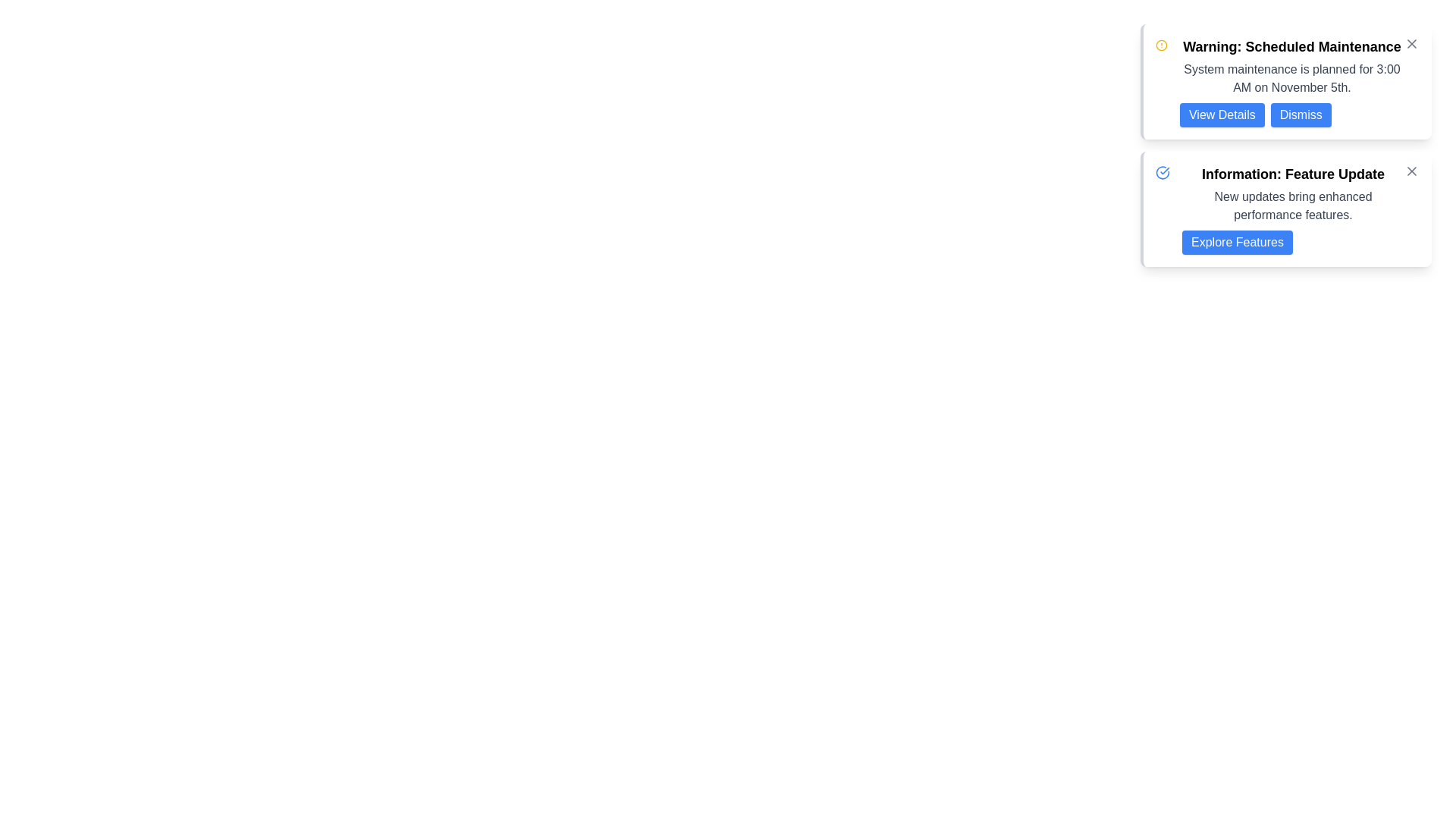  I want to click on the button located at the bottom right of the 'Information: Feature Update' card to observe the hover effect, so click(1238, 242).